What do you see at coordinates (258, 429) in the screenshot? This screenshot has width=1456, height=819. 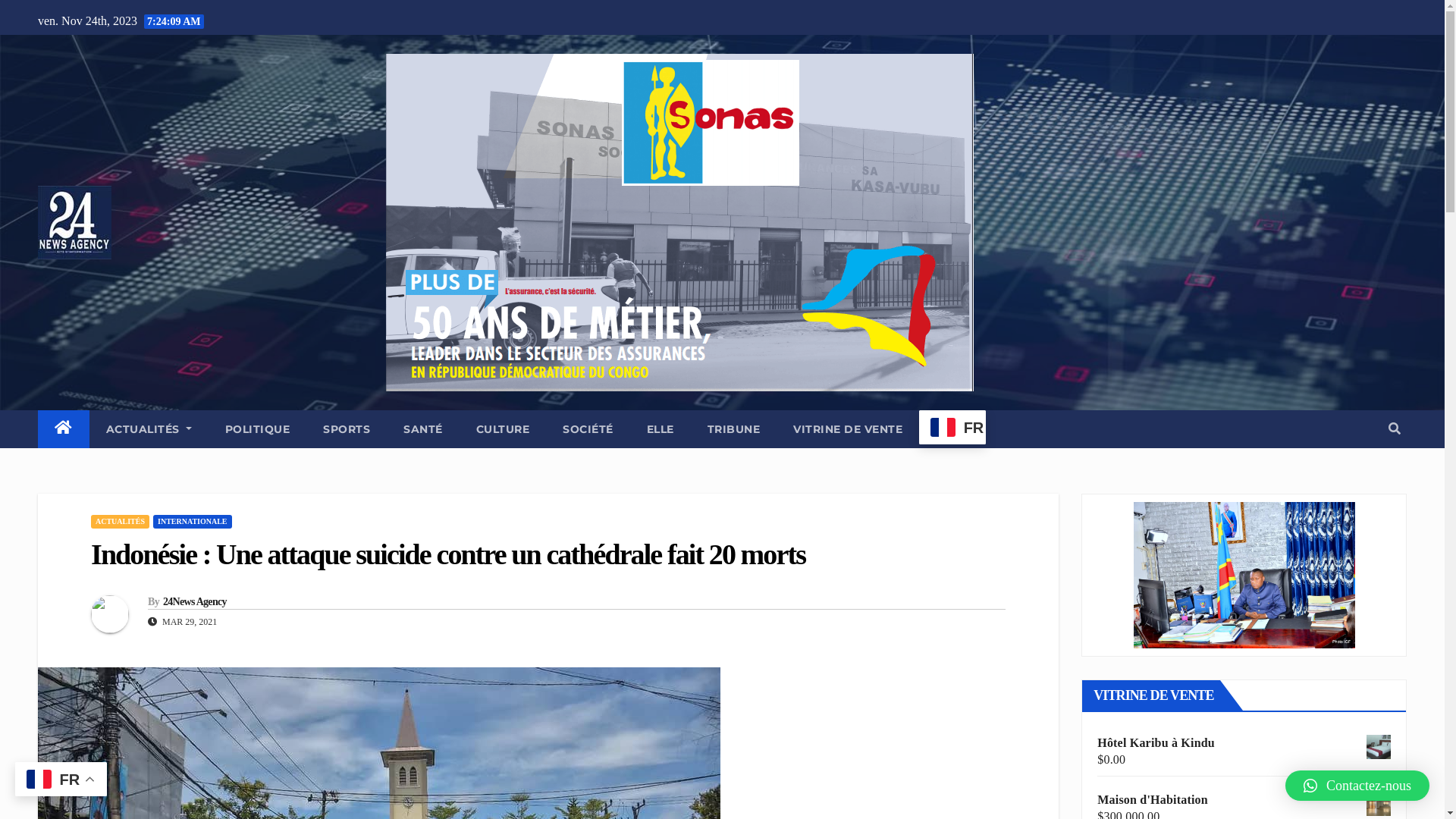 I see `'POLITIQUE'` at bounding box center [258, 429].